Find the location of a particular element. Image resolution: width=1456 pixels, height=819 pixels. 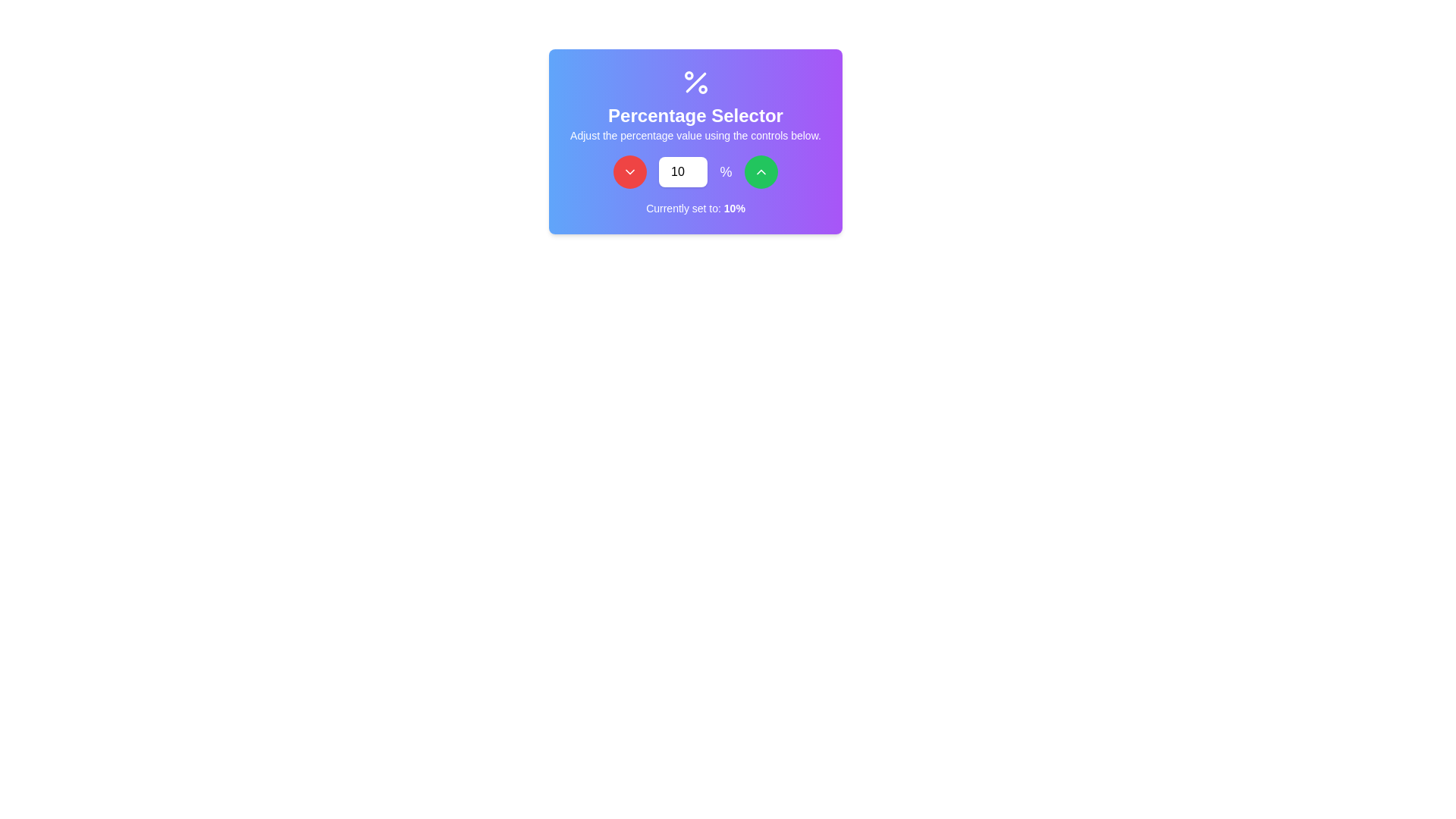

the text block labeled 'Percentage Selector', which contains instructions for adjusting the percentage value, and is centrally aligned on a gradient background is located at coordinates (695, 104).